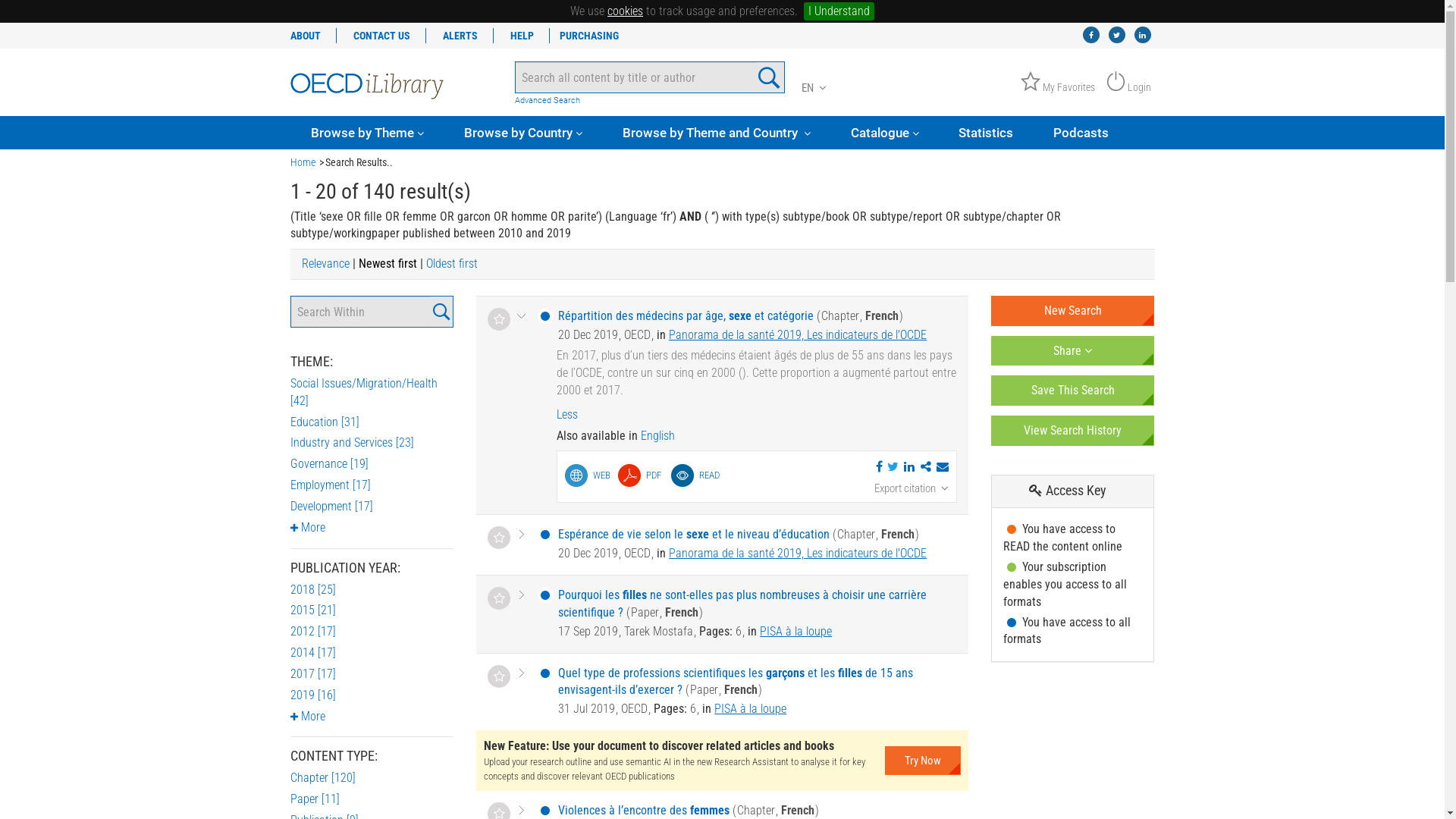 This screenshot has height=819, width=1456. Describe the element at coordinates (460, 34) in the screenshot. I see `'ALERTS'` at that location.